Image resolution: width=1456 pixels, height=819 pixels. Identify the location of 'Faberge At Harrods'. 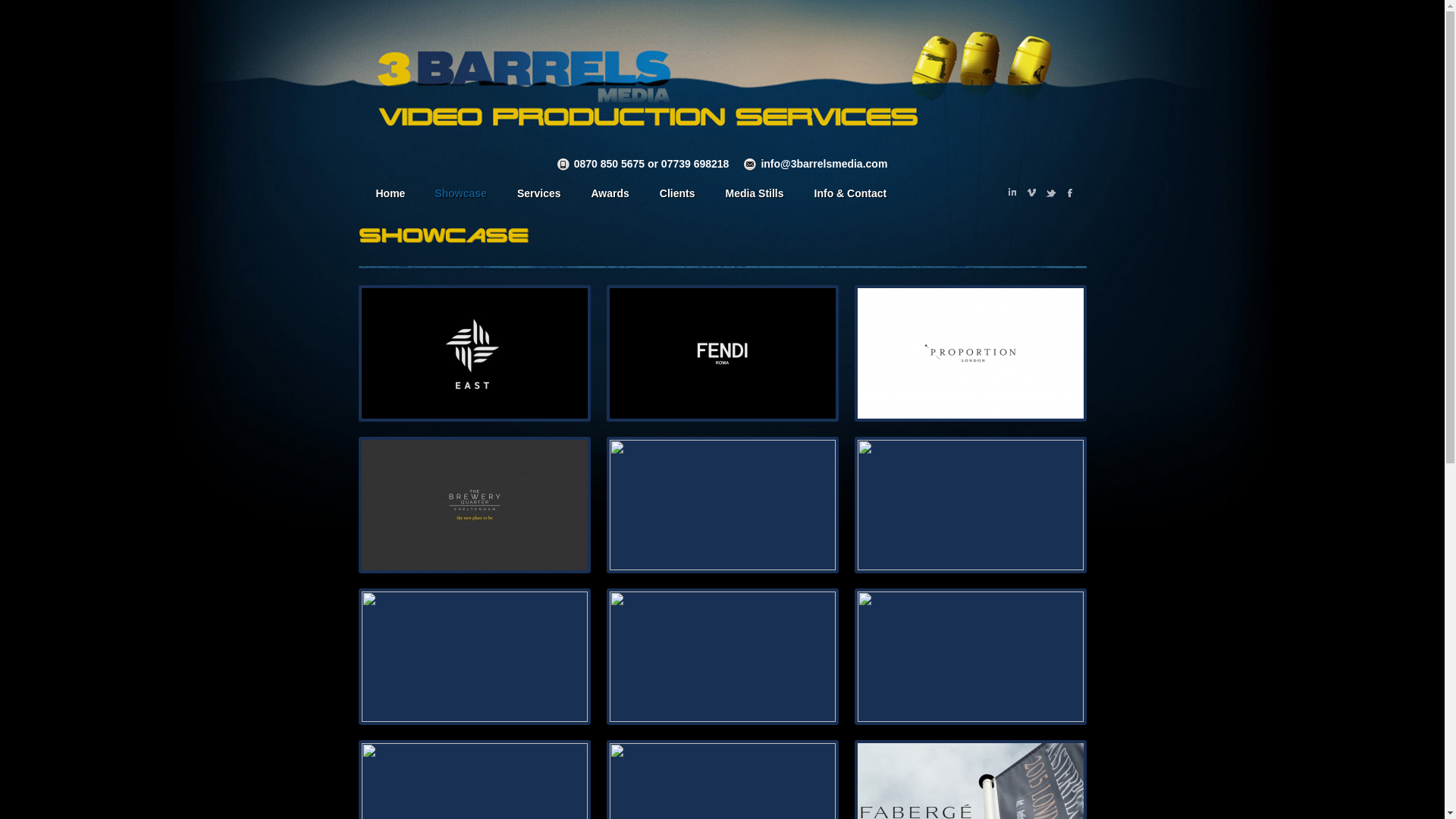
(359, 656).